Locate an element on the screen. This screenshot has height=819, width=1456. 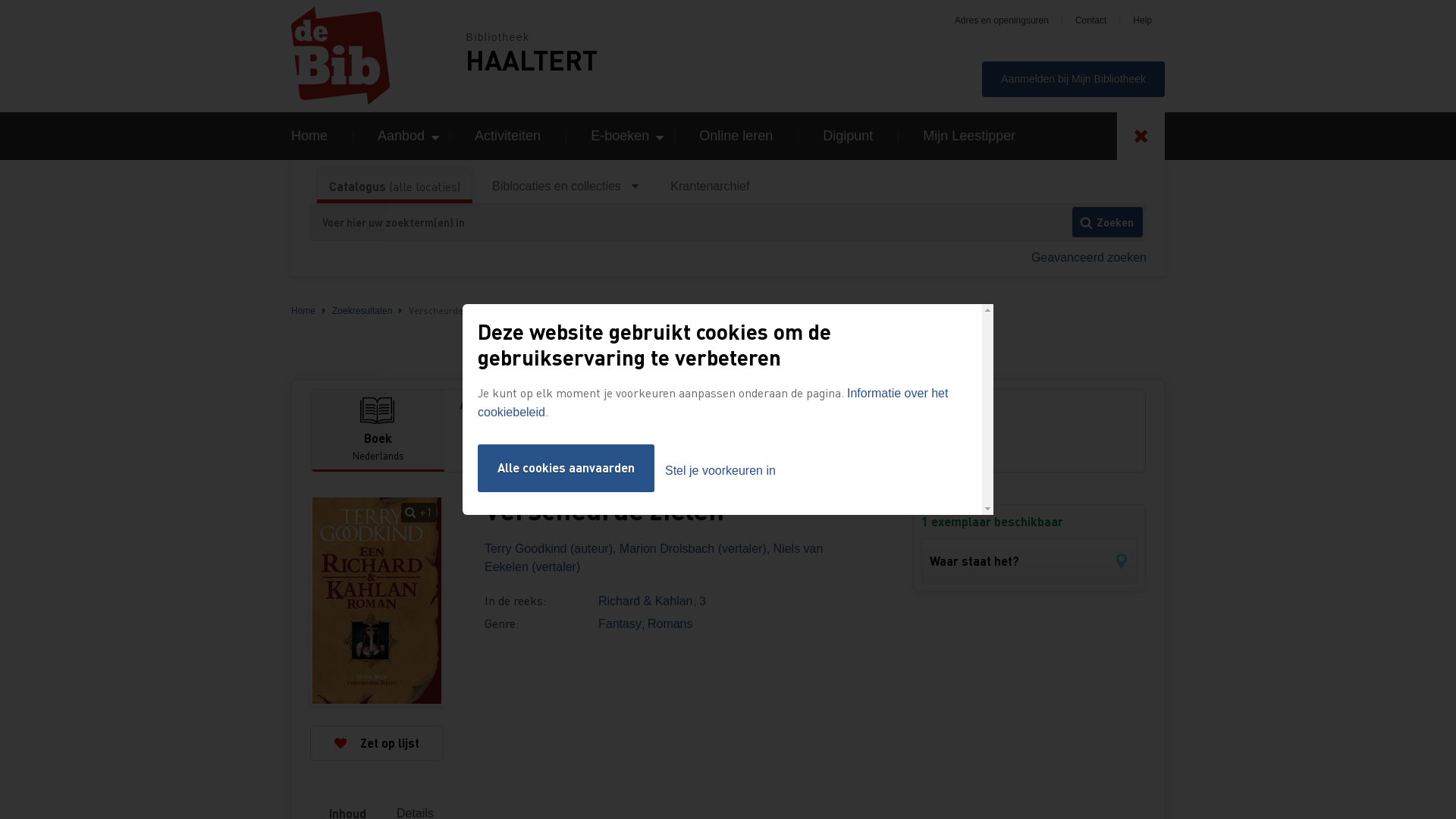
'Marion Drolsbach (vertaler),' is located at coordinates (695, 548).